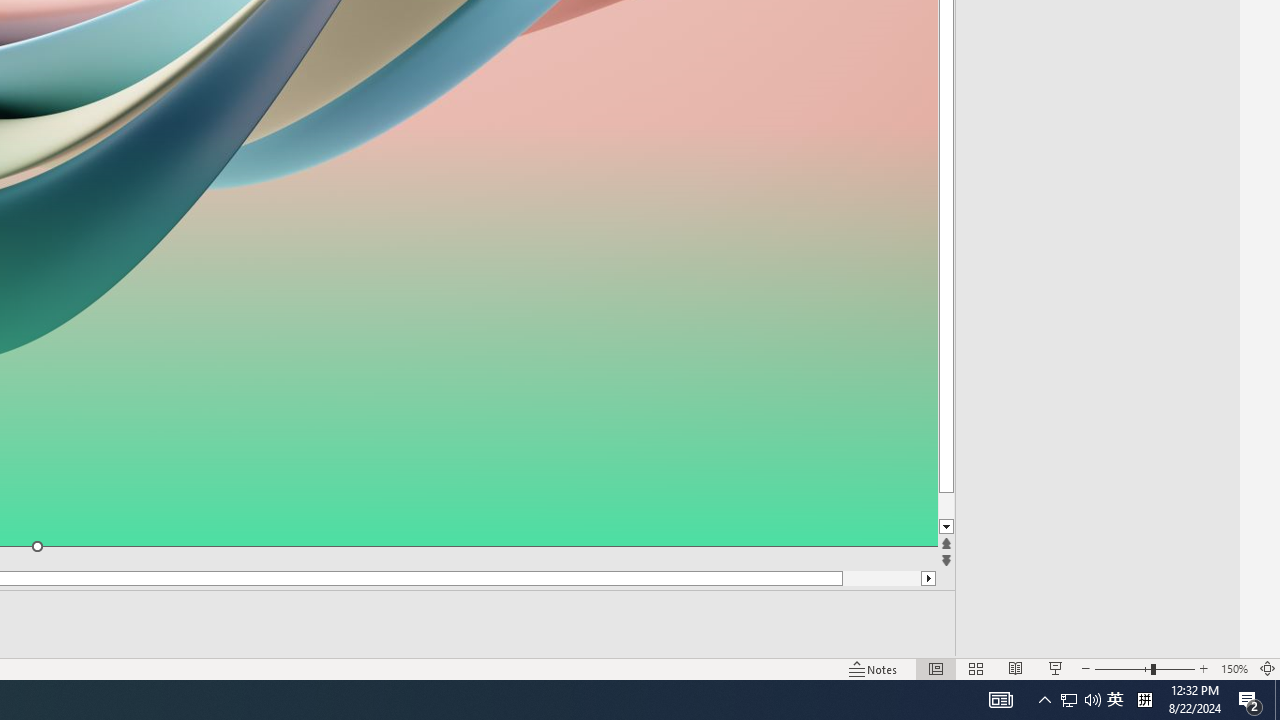 The height and width of the screenshot is (720, 1280). Describe the element at coordinates (983, 526) in the screenshot. I see `'Line down'` at that location.